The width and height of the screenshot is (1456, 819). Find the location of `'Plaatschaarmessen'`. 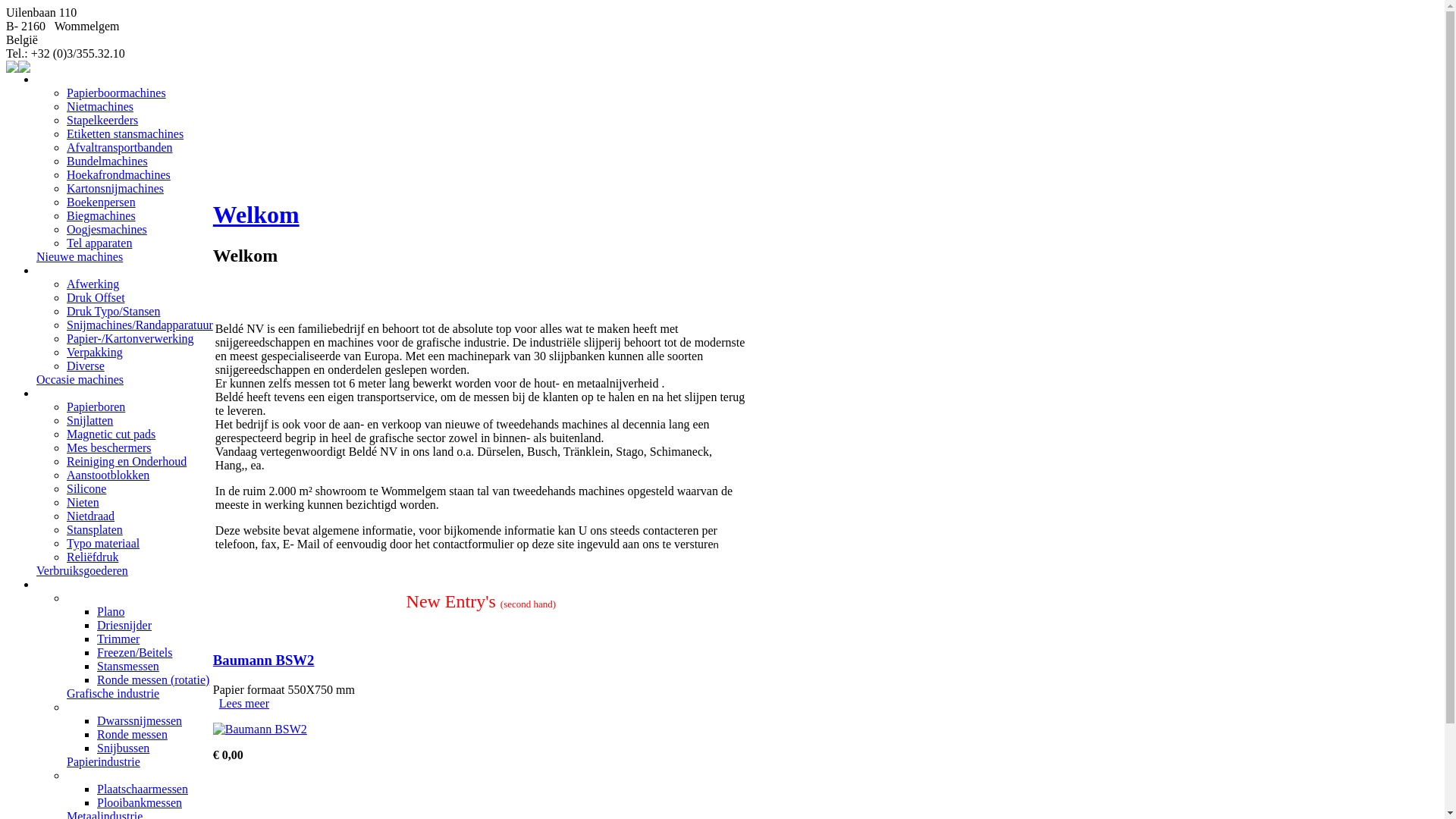

'Plaatschaarmessen' is located at coordinates (142, 788).